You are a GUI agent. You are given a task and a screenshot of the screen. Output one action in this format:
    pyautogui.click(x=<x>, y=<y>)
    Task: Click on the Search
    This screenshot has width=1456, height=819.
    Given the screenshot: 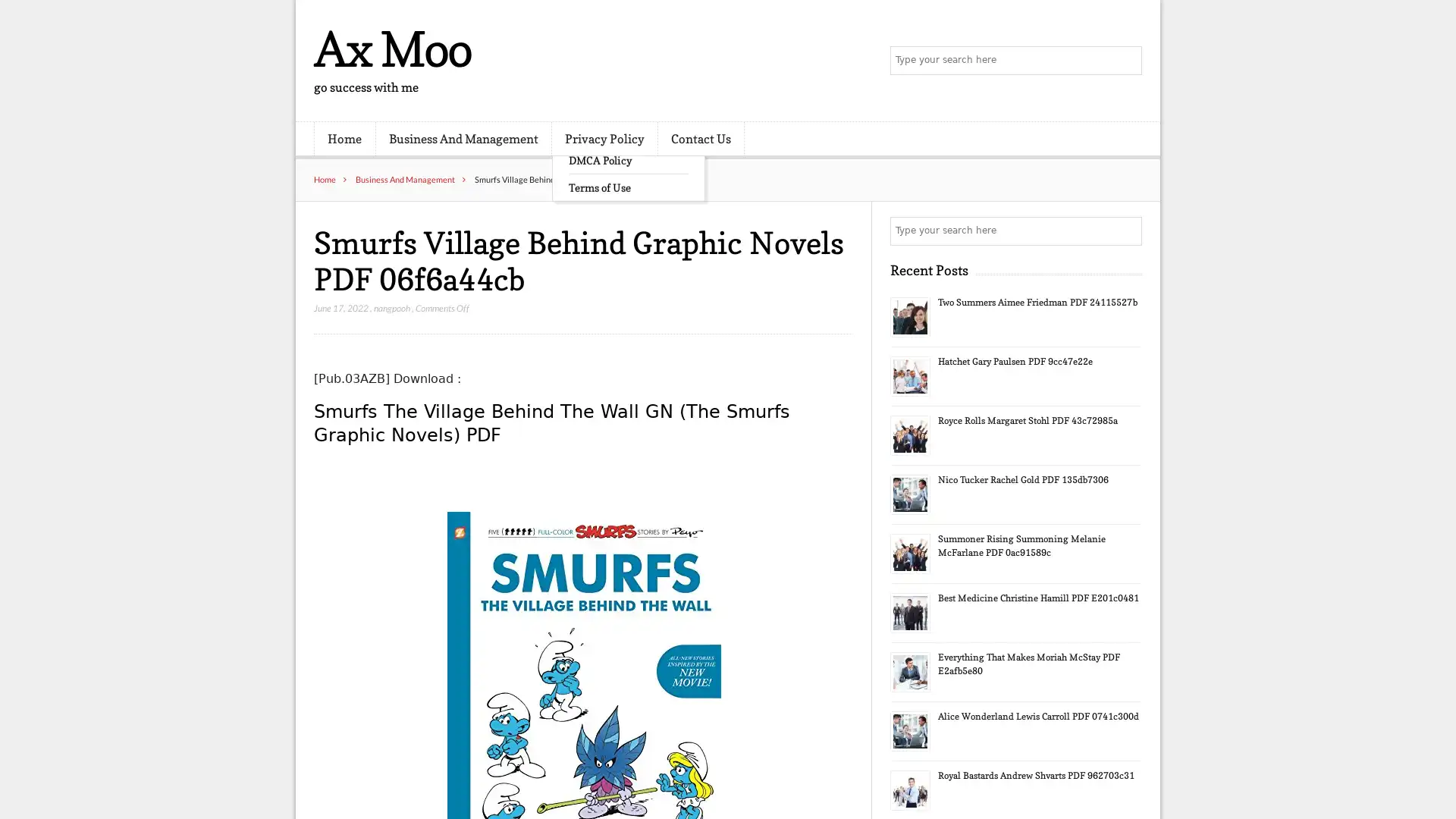 What is the action you would take?
    pyautogui.click(x=1126, y=61)
    